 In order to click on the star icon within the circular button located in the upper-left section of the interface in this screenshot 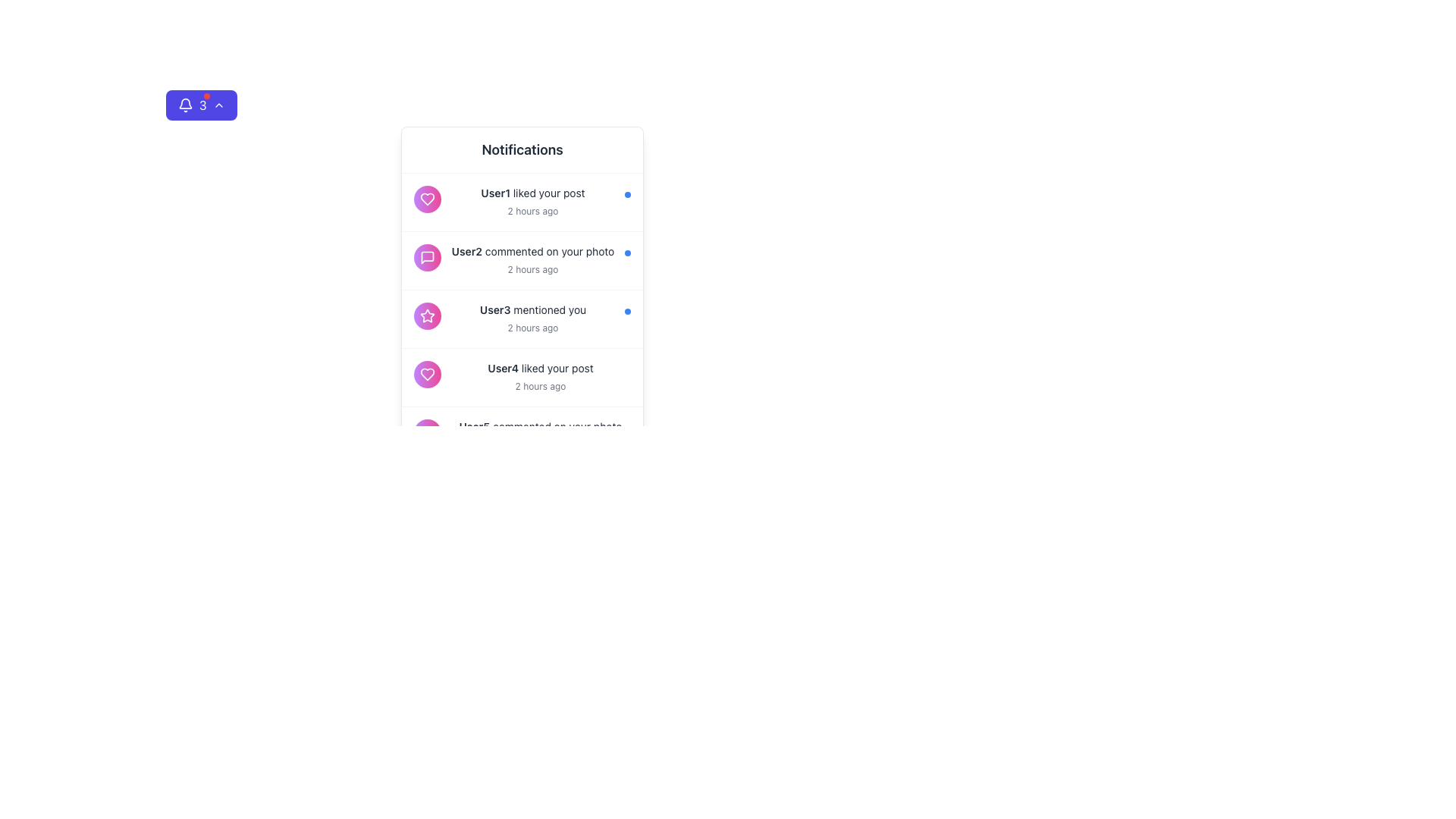, I will do `click(427, 315)`.